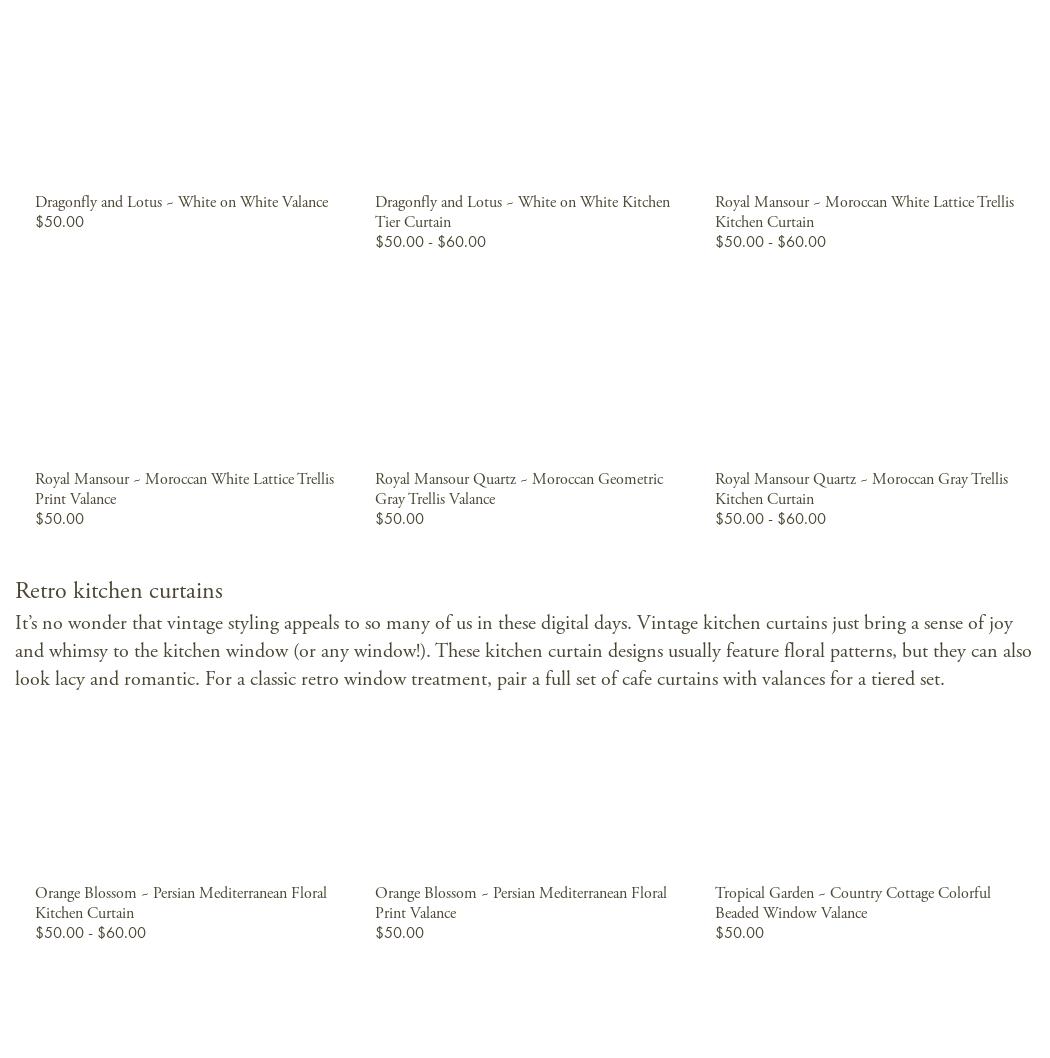 This screenshot has width=1050, height=1058. Describe the element at coordinates (180, 201) in the screenshot. I see `'Dragonfly and Lotus ~ White on White Valance'` at that location.